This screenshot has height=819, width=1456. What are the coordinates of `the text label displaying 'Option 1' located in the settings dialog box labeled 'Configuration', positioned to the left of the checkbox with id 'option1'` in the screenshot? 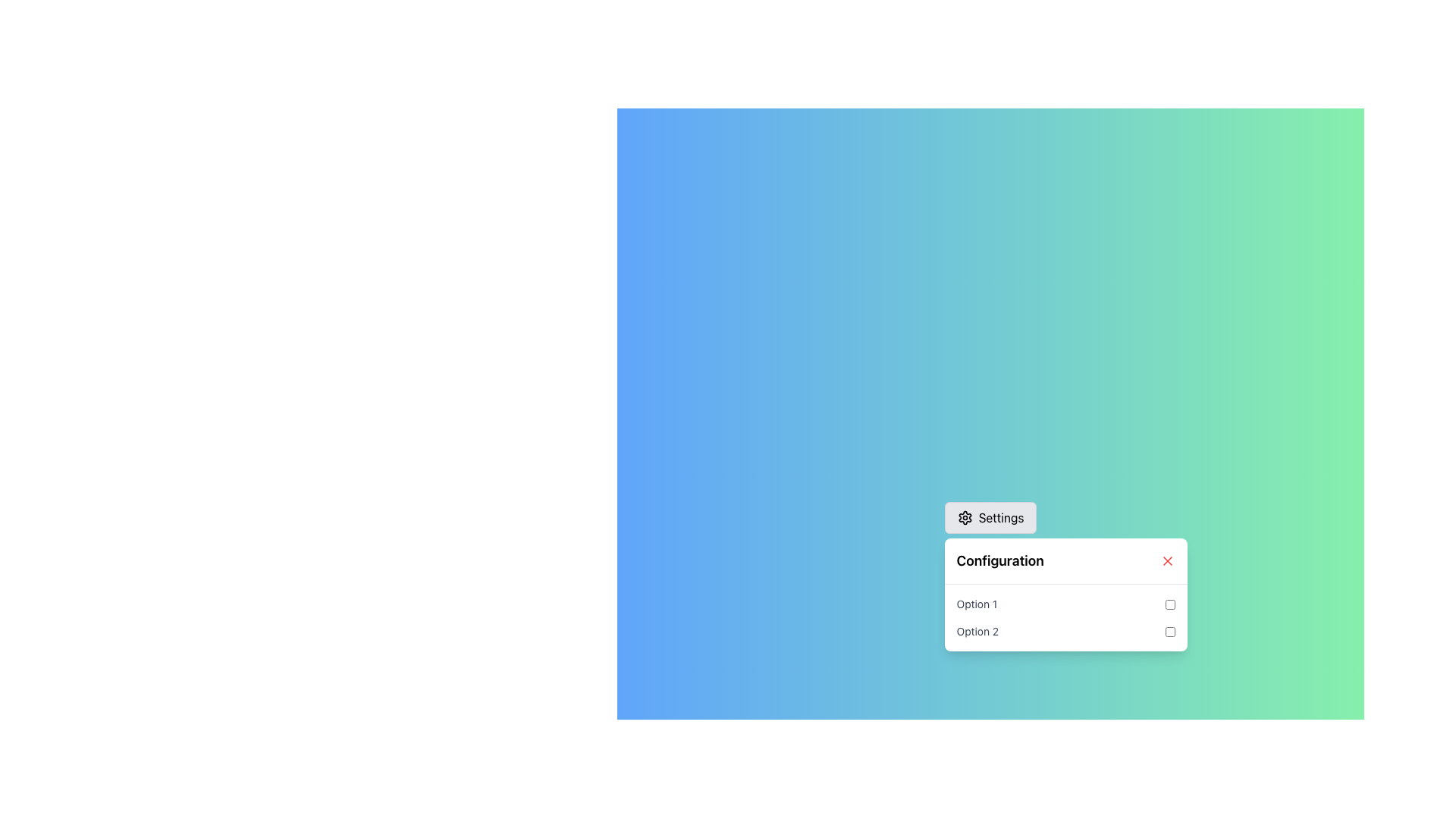 It's located at (977, 604).